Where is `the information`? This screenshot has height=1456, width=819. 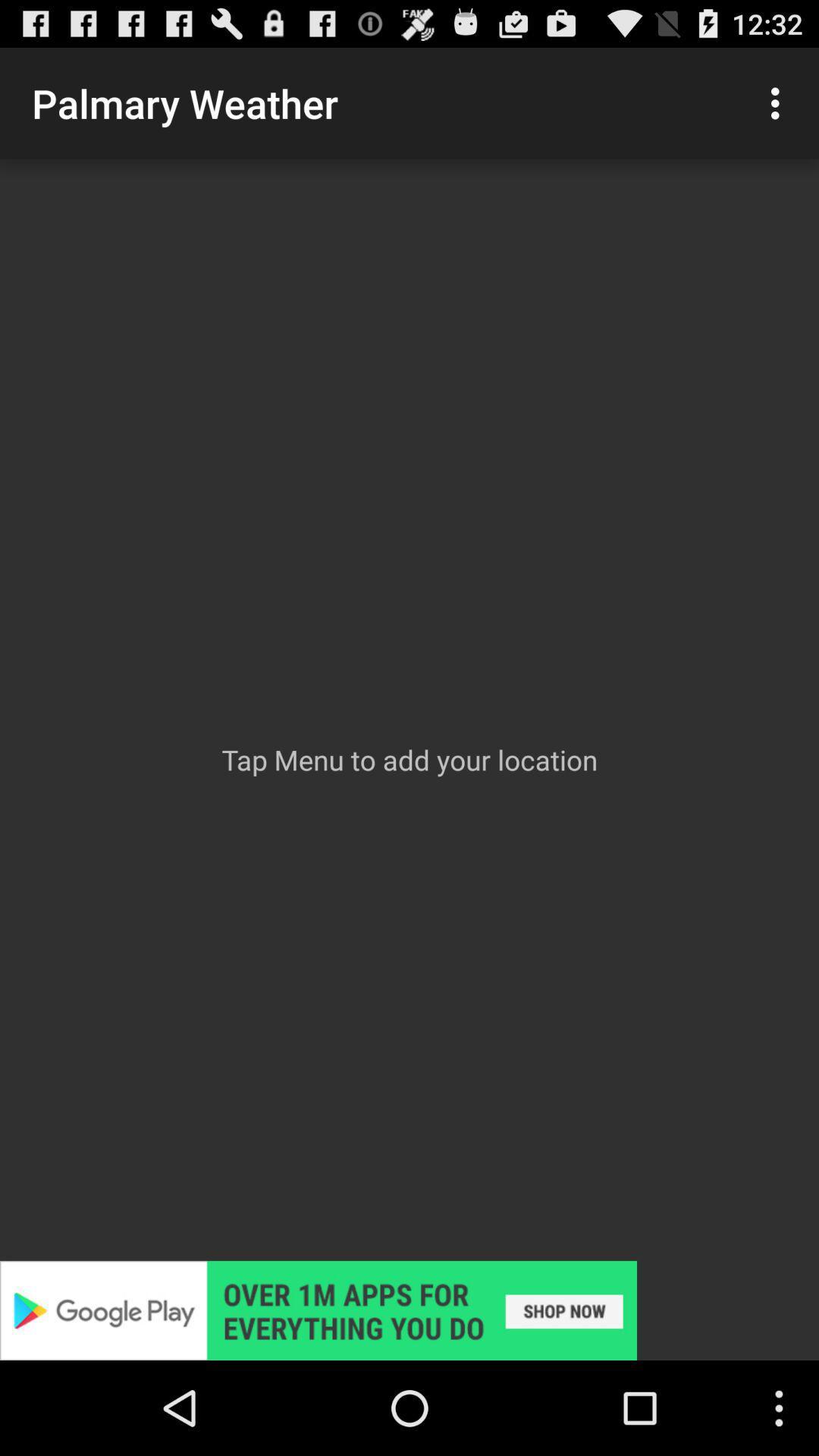 the information is located at coordinates (409, 1310).